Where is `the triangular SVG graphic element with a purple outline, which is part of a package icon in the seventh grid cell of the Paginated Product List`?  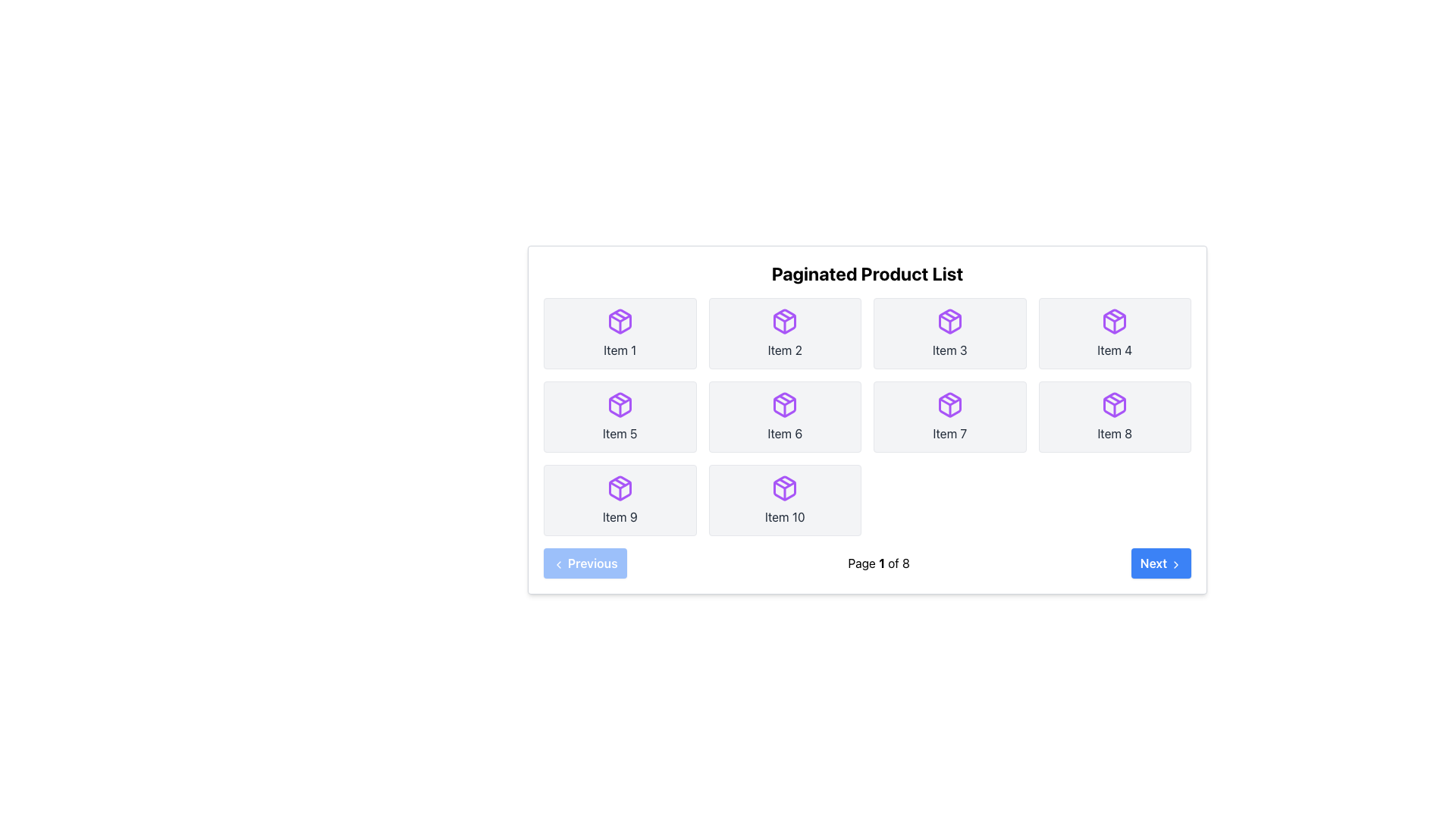 the triangular SVG graphic element with a purple outline, which is part of a package icon in the seventh grid cell of the Paginated Product List is located at coordinates (949, 401).